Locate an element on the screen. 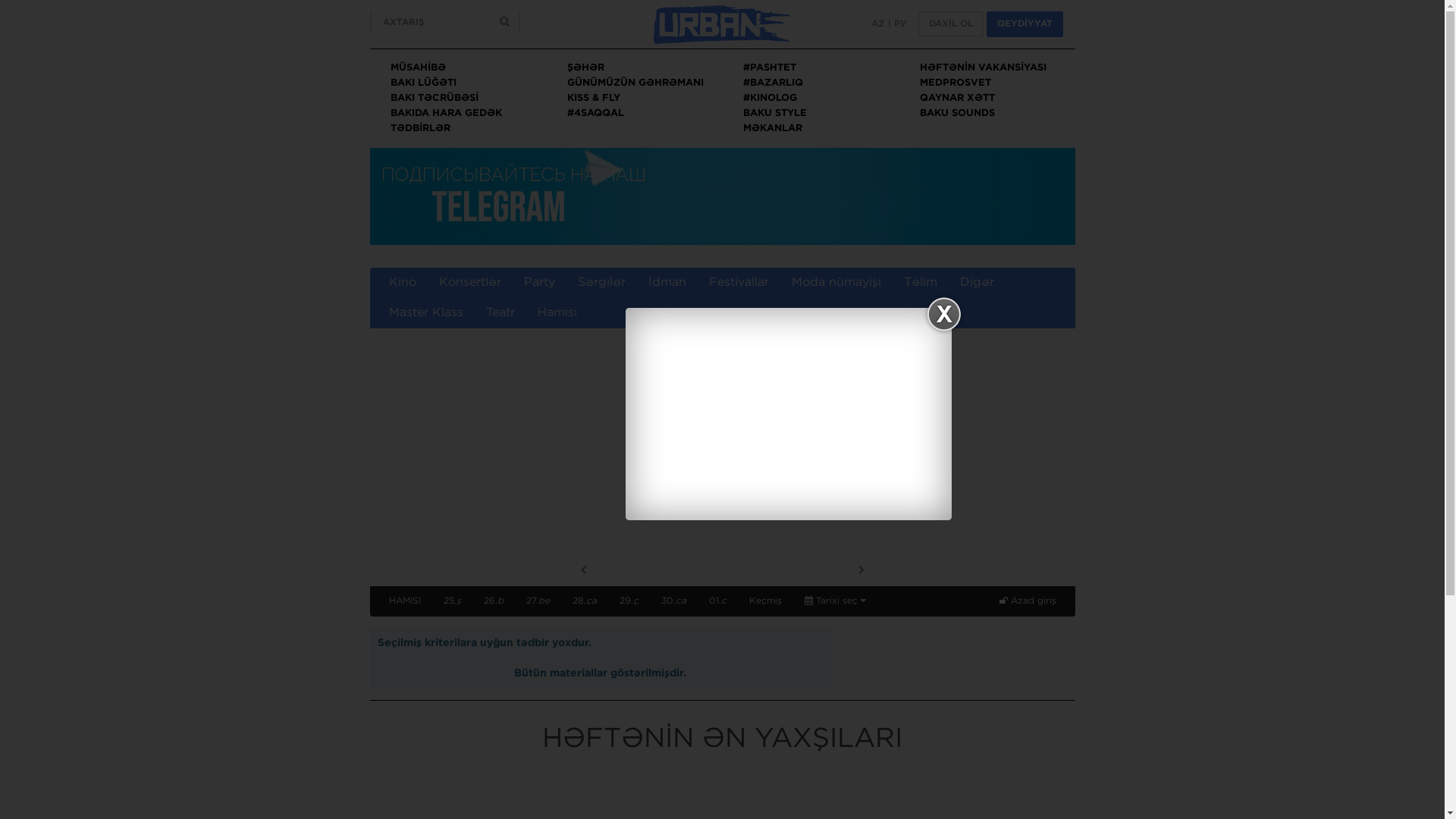 The image size is (1456, 819). 'AZ' is located at coordinates (877, 24).